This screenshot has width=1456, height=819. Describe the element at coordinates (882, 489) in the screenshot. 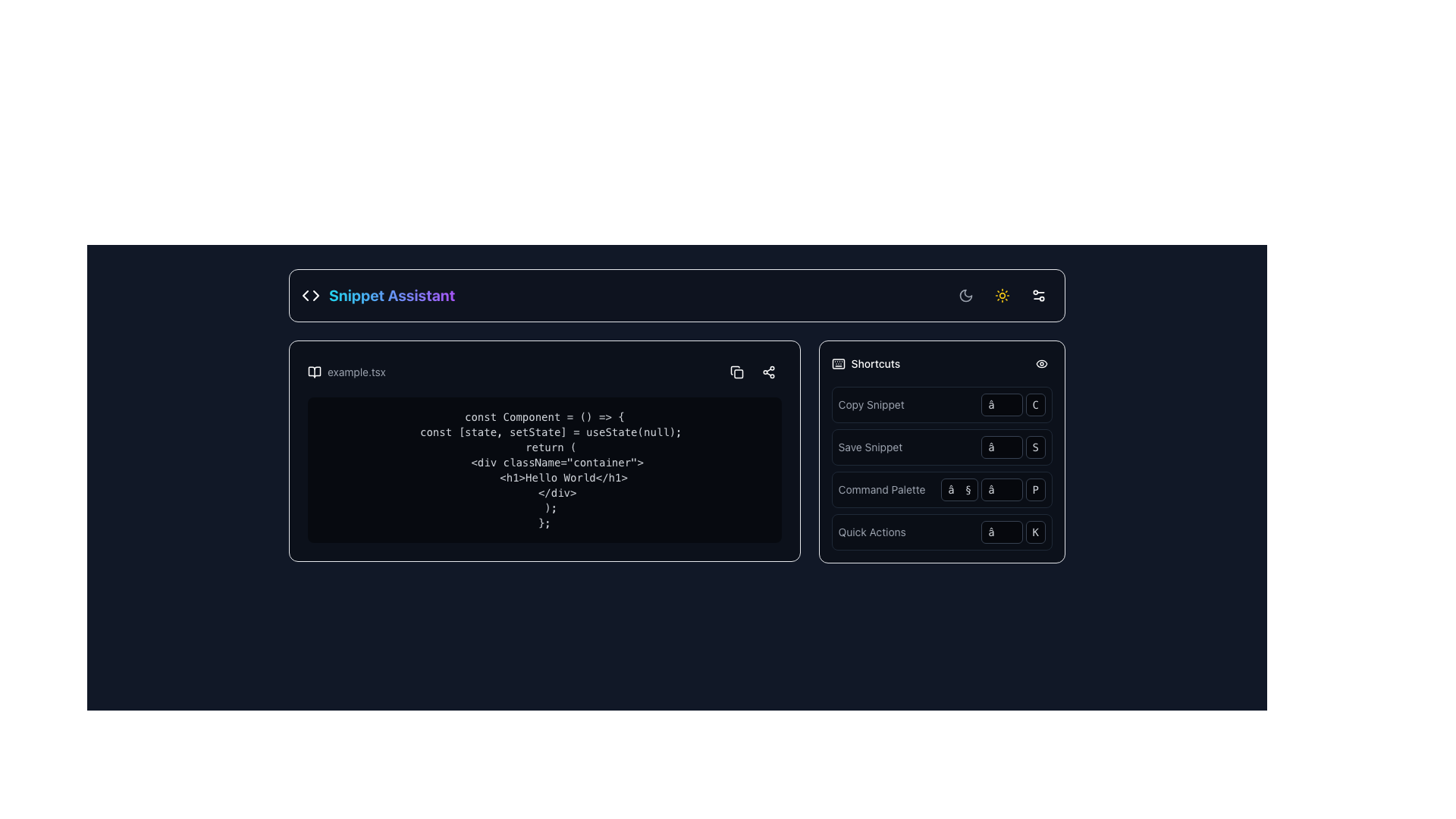

I see `the textual label displaying 'Command Palette', which is styled in a small gray font and located at the upper-middle area of the shortcut section on the right side of the interface` at that location.